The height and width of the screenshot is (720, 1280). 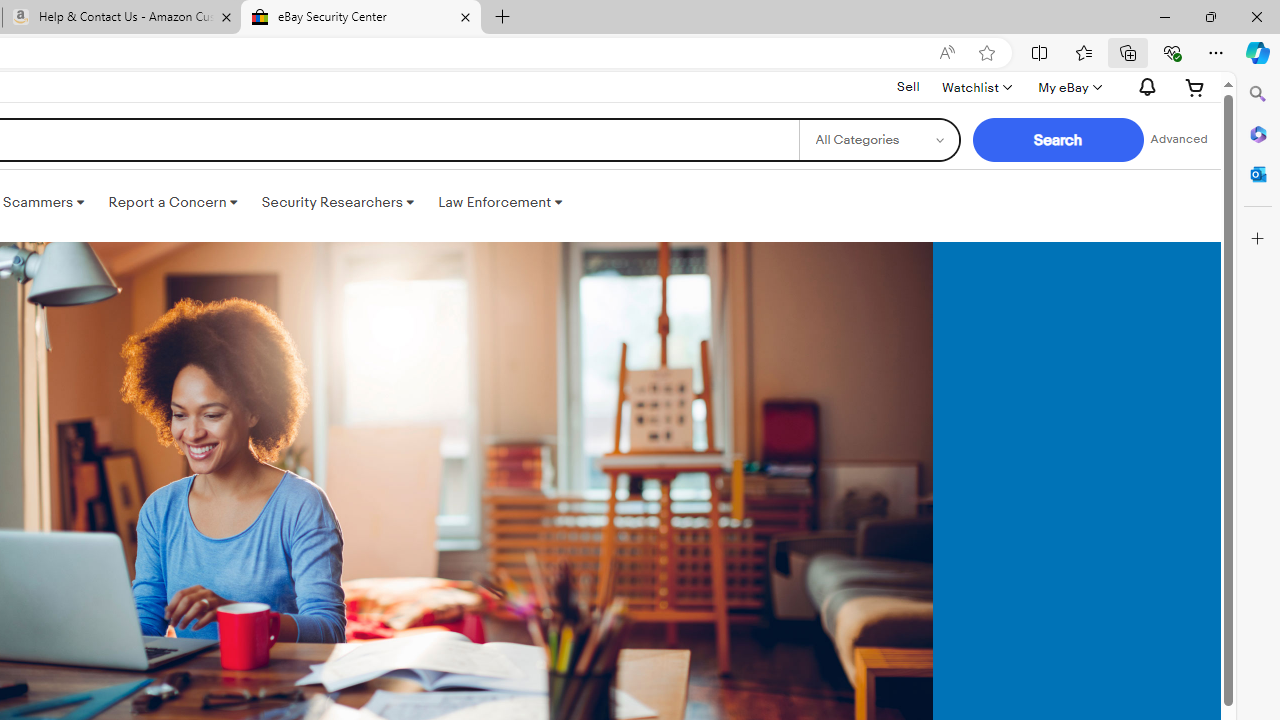 What do you see at coordinates (1195, 86) in the screenshot?
I see `'Expand Cart'` at bounding box center [1195, 86].